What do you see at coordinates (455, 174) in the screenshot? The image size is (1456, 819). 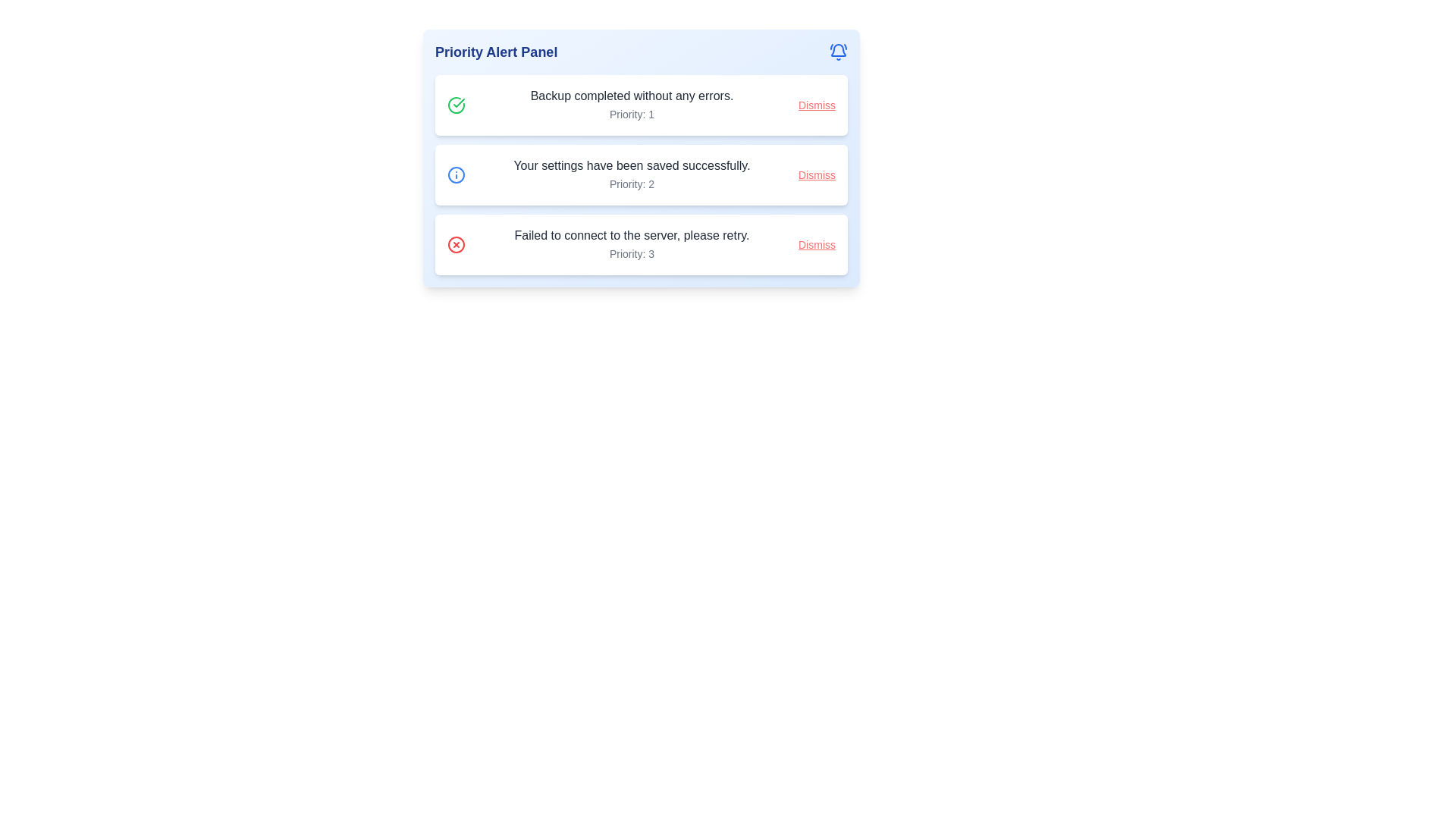 I see `the round icon with a blue border located in the second row of the priority alert panel, adjacent to the text 'Your settings have been saved successfully. Priority: 2'` at bounding box center [455, 174].